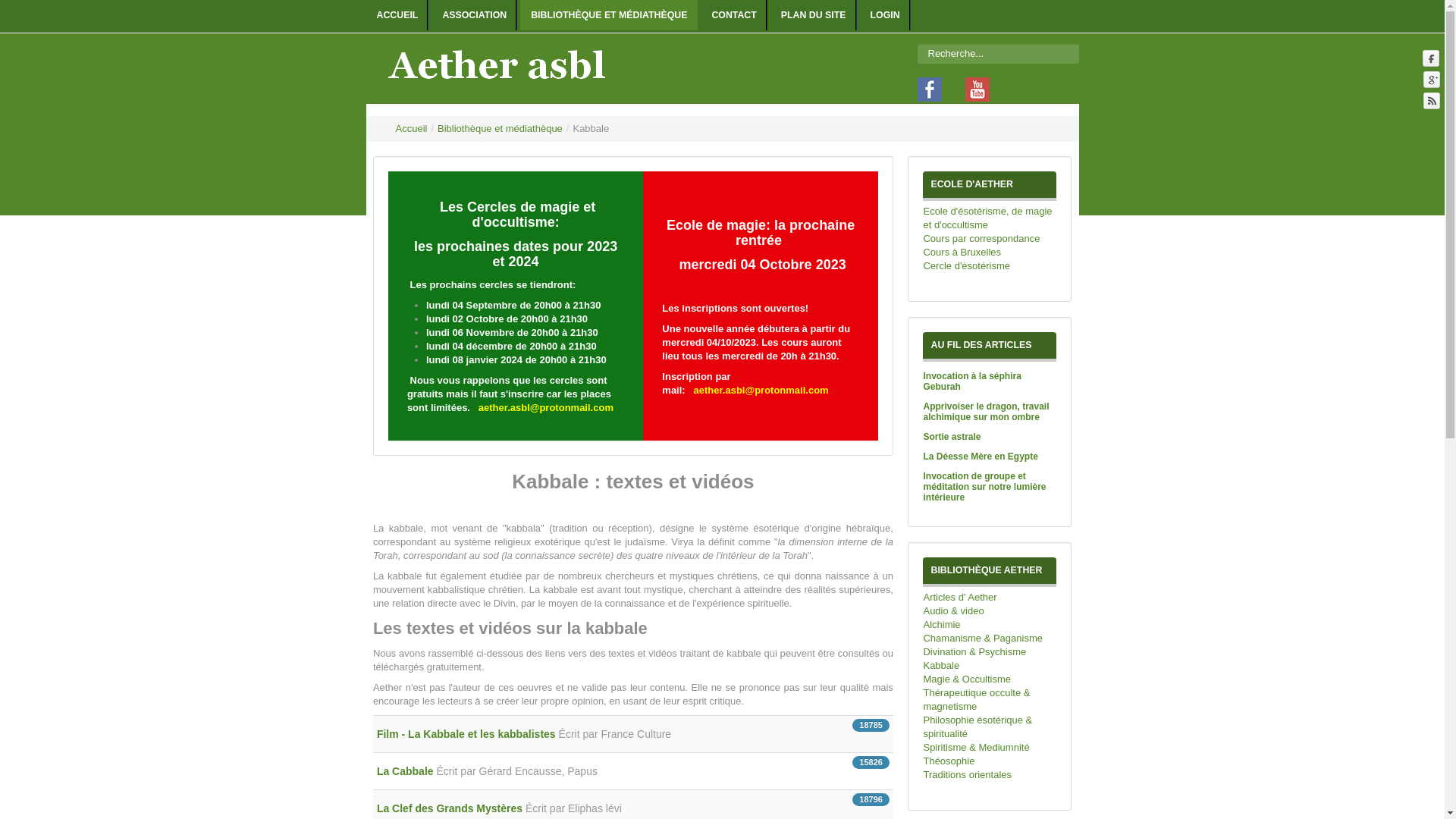 Image resolution: width=1456 pixels, height=819 pixels. What do you see at coordinates (990, 651) in the screenshot?
I see `'Divination & Psychisme'` at bounding box center [990, 651].